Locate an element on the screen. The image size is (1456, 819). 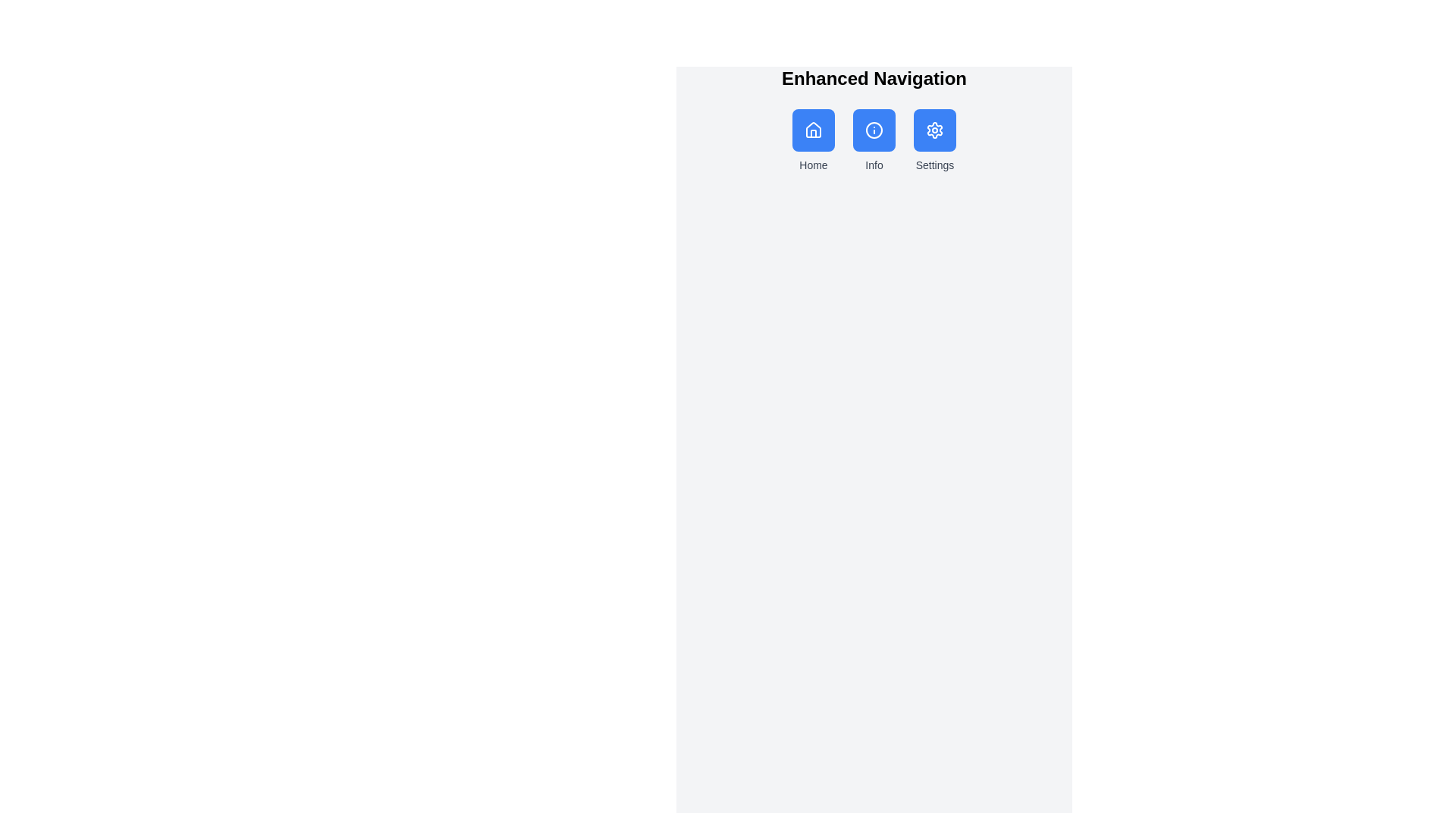
the 'Info' button in the horizontal navigation bar is located at coordinates (874, 140).